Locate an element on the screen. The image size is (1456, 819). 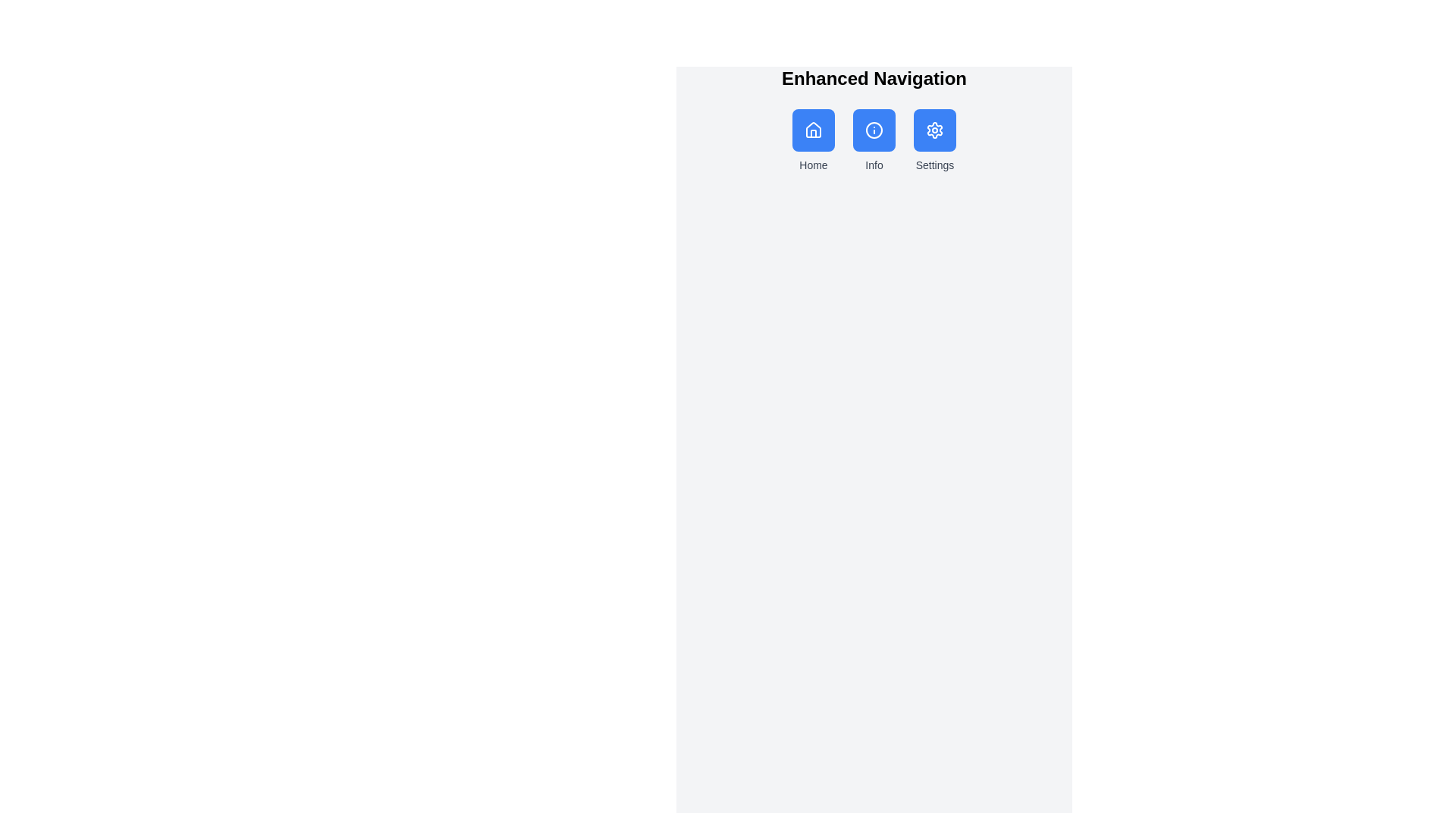
the 'Info' button in the horizontal navigation bar is located at coordinates (874, 140).